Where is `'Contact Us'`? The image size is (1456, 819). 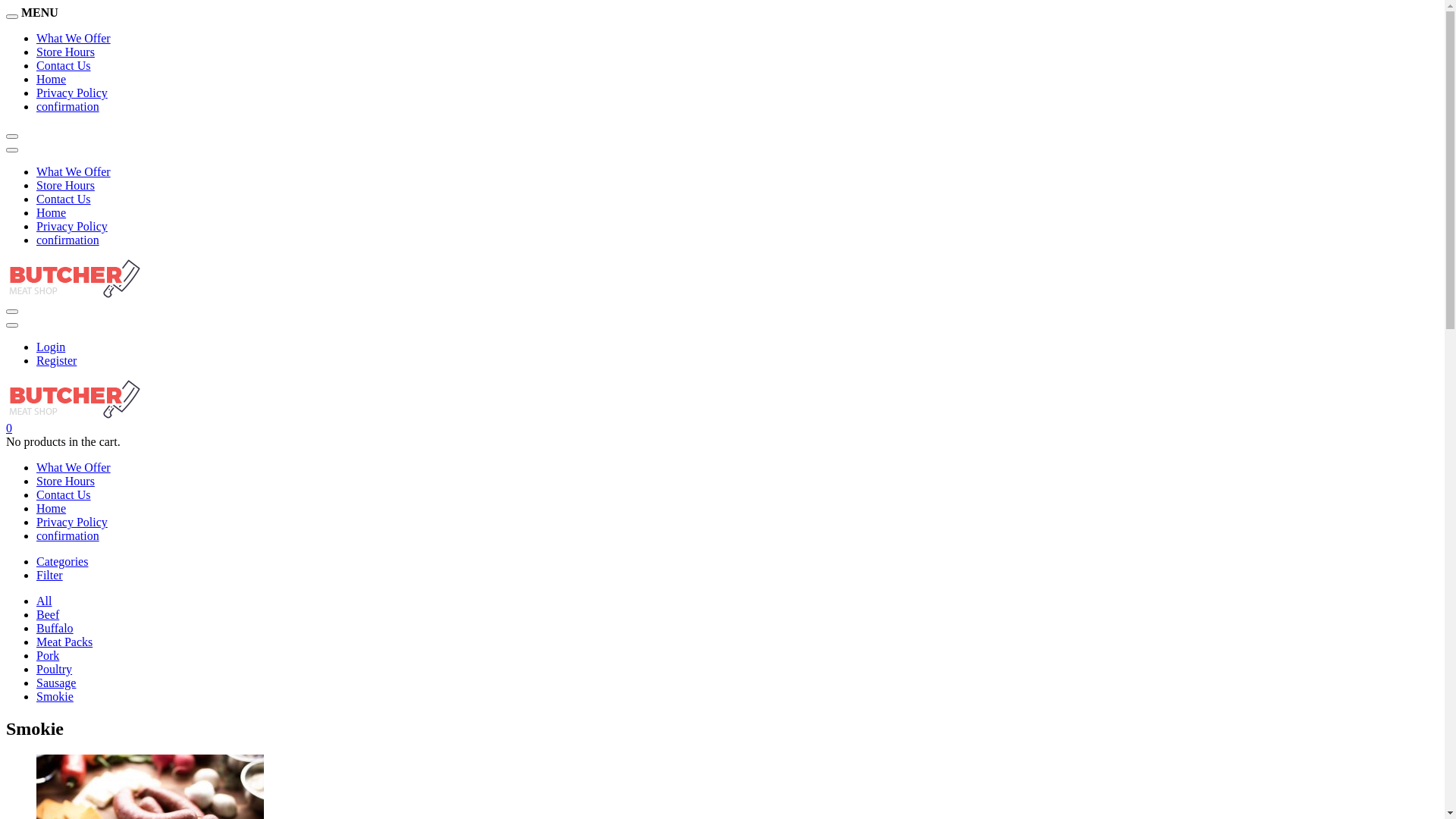 'Contact Us' is located at coordinates (62, 198).